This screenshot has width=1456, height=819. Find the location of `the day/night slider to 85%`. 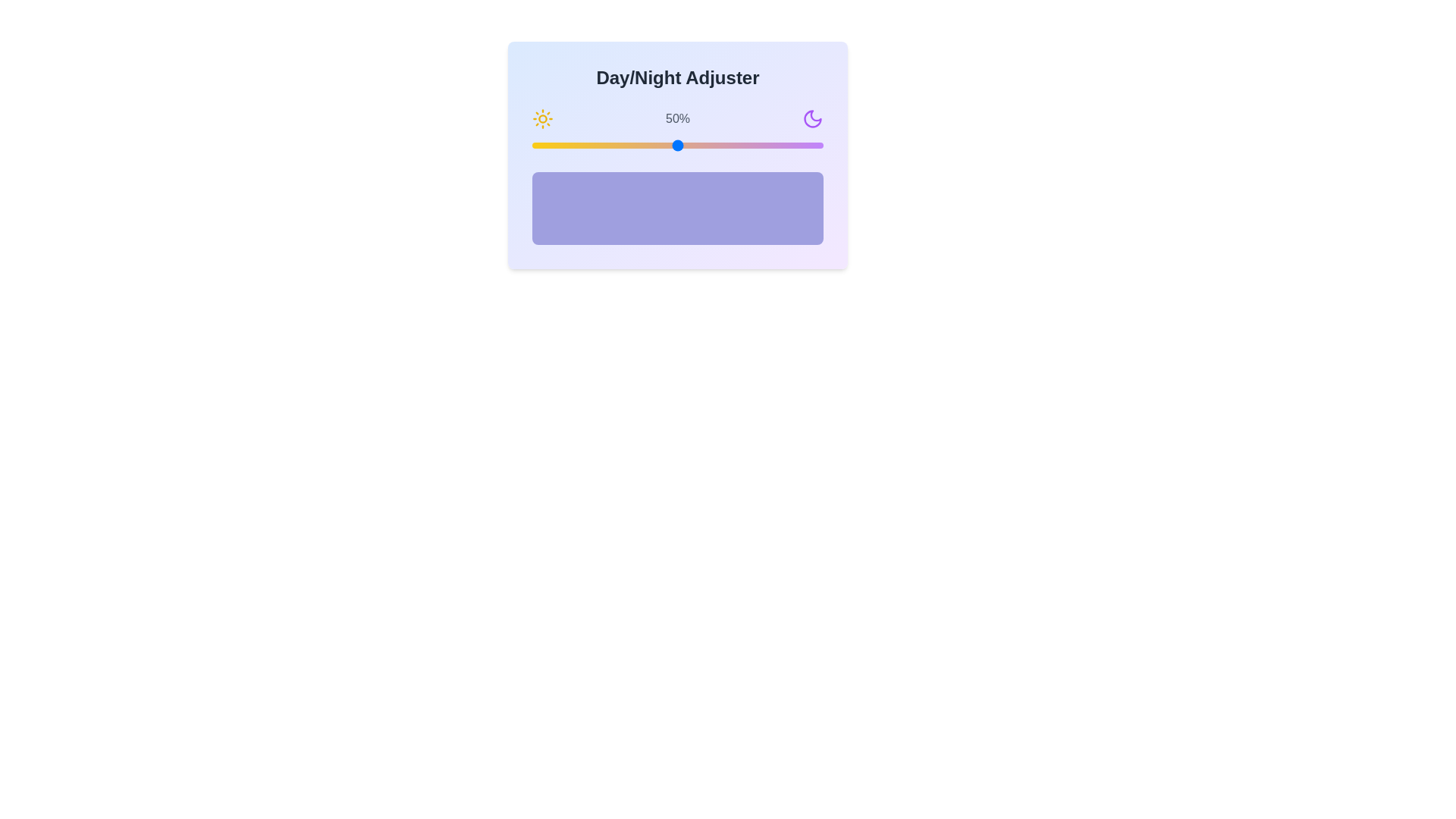

the day/night slider to 85% is located at coordinates (780, 146).